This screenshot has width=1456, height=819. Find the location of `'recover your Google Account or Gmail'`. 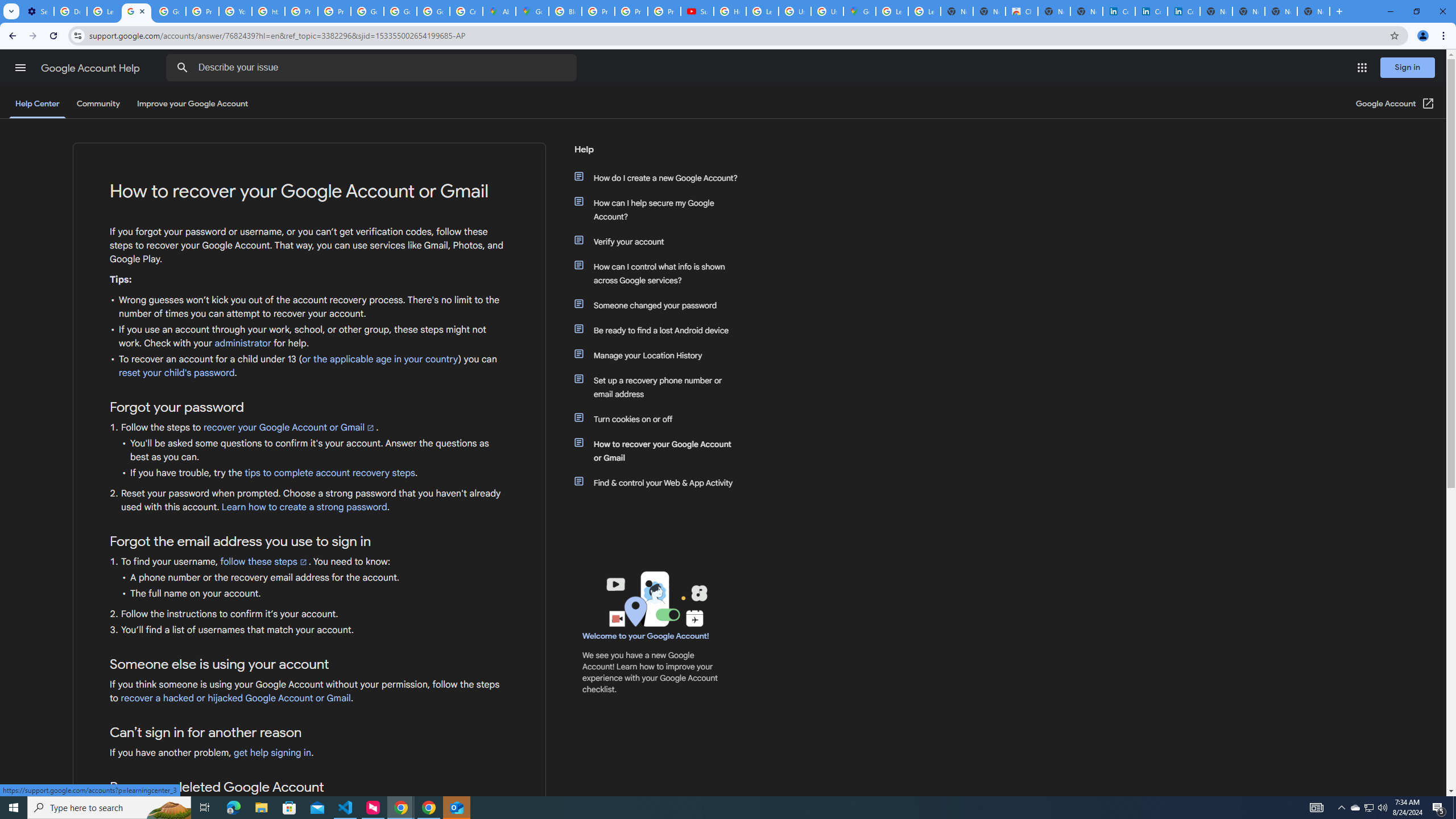

'recover your Google Account or Gmail' is located at coordinates (289, 427).